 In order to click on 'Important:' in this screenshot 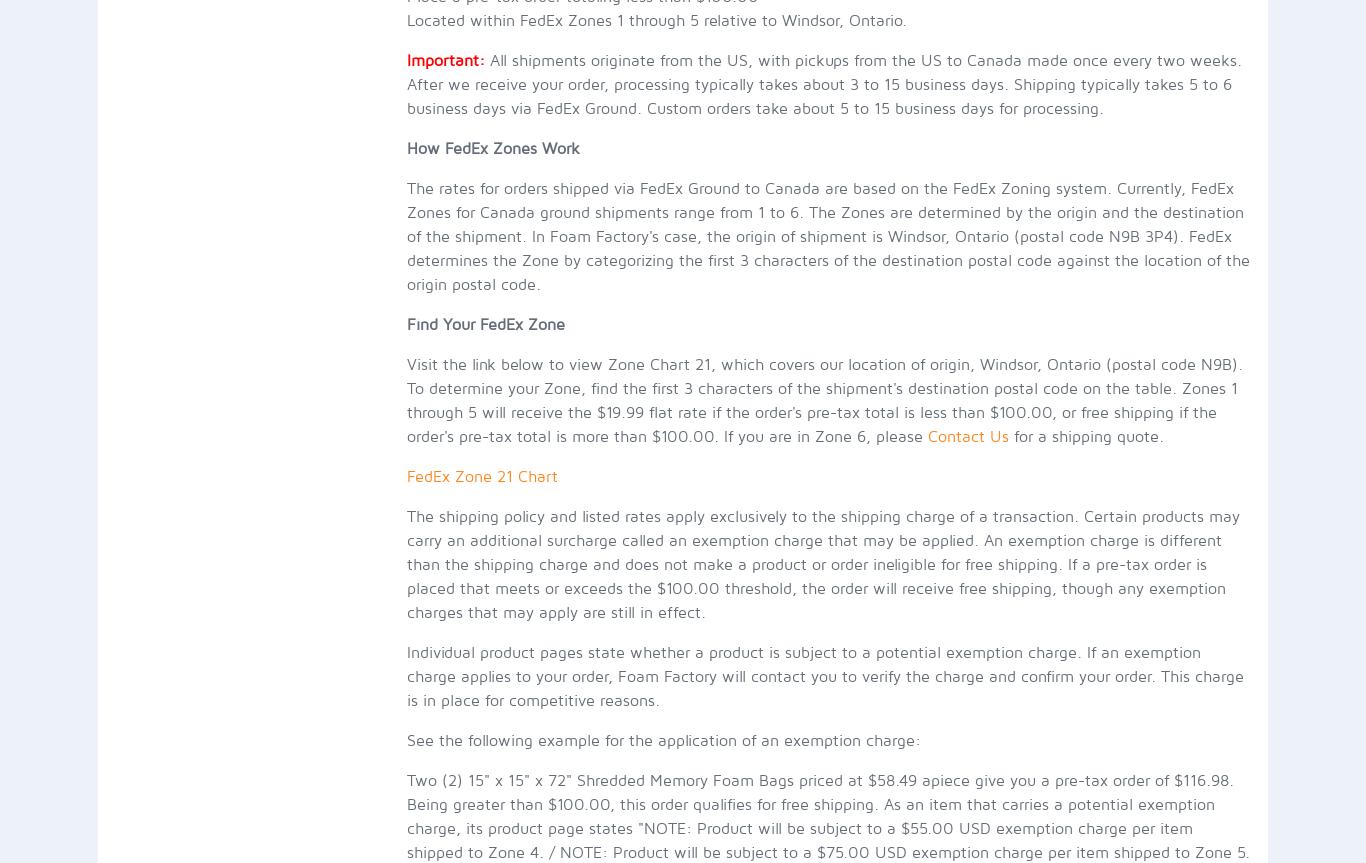, I will do `click(444, 59)`.